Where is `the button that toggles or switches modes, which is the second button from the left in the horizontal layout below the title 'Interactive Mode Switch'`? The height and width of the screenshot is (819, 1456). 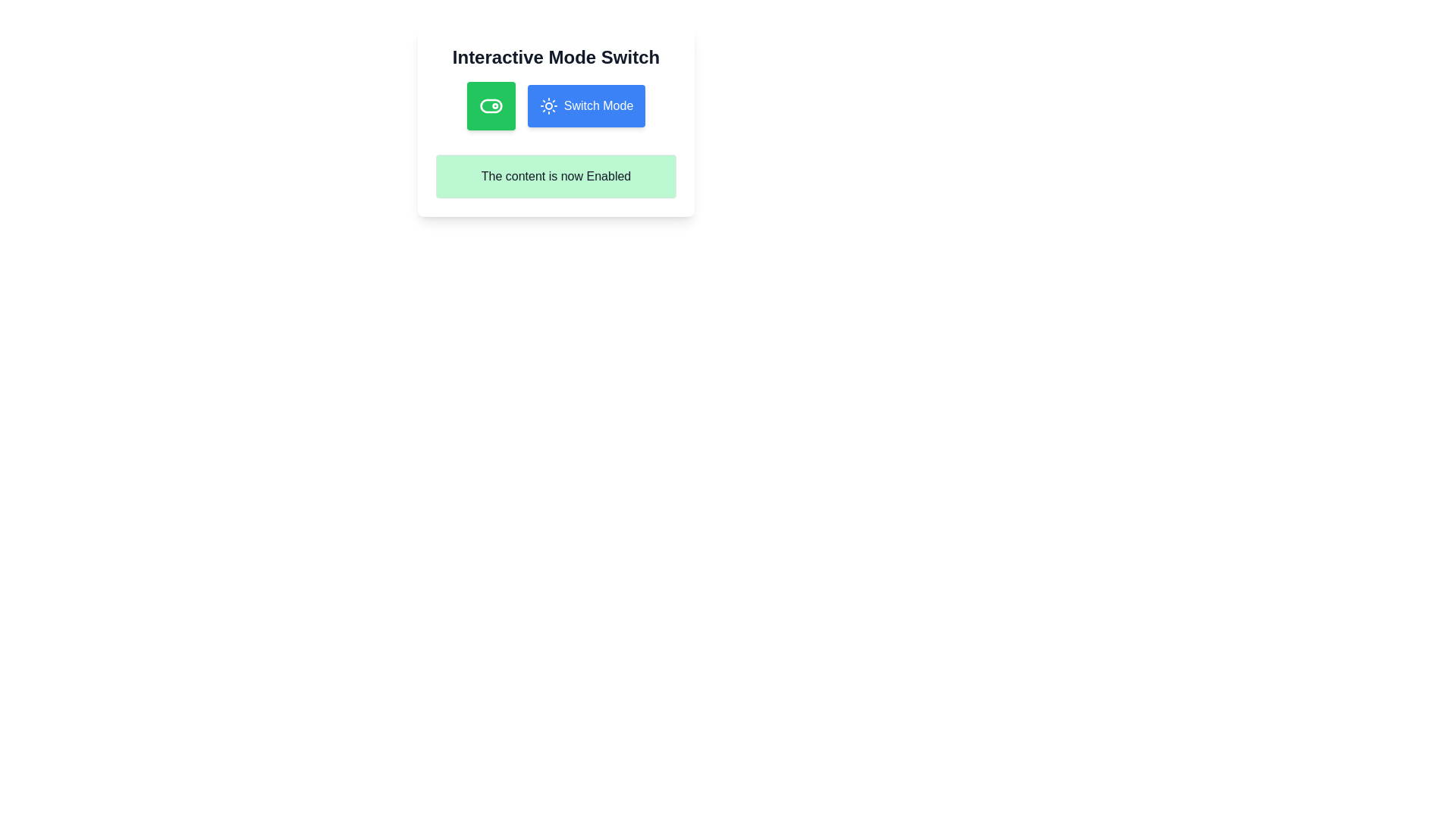
the button that toggles or switches modes, which is the second button from the left in the horizontal layout below the title 'Interactive Mode Switch' is located at coordinates (555, 121).